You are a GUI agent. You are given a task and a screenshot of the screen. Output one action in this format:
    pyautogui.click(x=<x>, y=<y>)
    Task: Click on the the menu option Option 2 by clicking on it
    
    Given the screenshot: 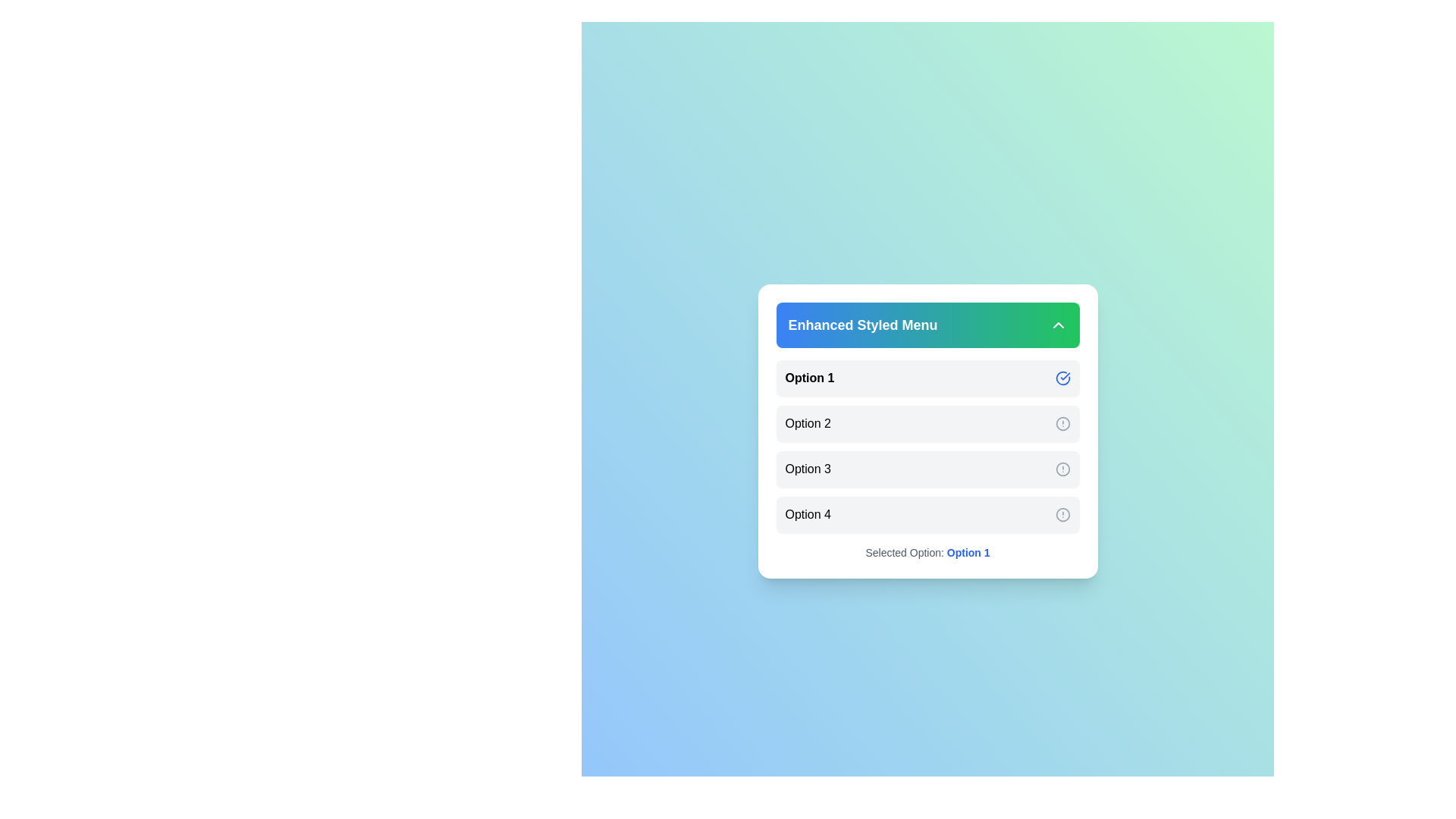 What is the action you would take?
    pyautogui.click(x=927, y=424)
    